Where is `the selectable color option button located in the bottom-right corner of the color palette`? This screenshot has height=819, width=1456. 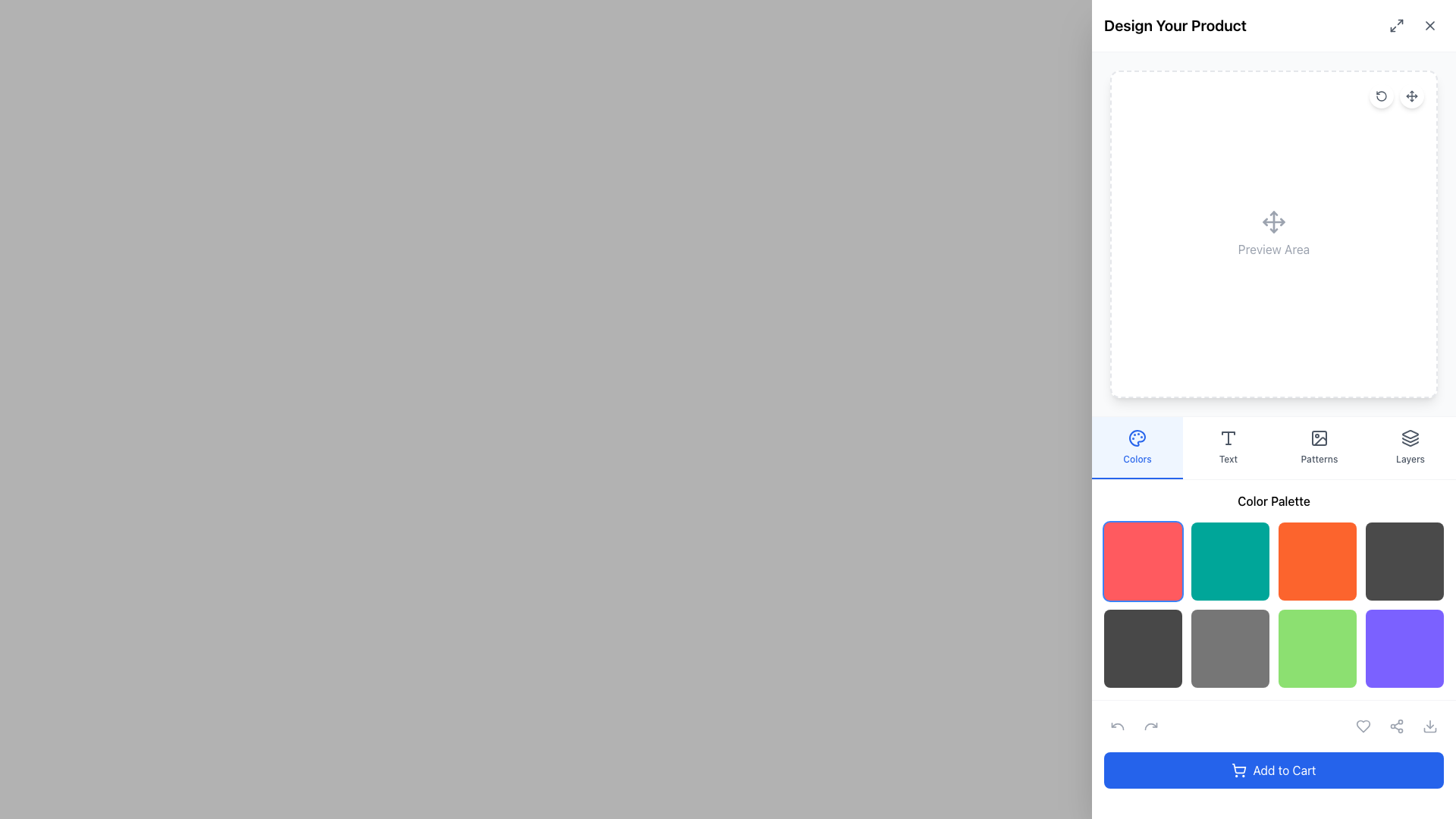
the selectable color option button located in the bottom-right corner of the color palette is located at coordinates (1404, 648).